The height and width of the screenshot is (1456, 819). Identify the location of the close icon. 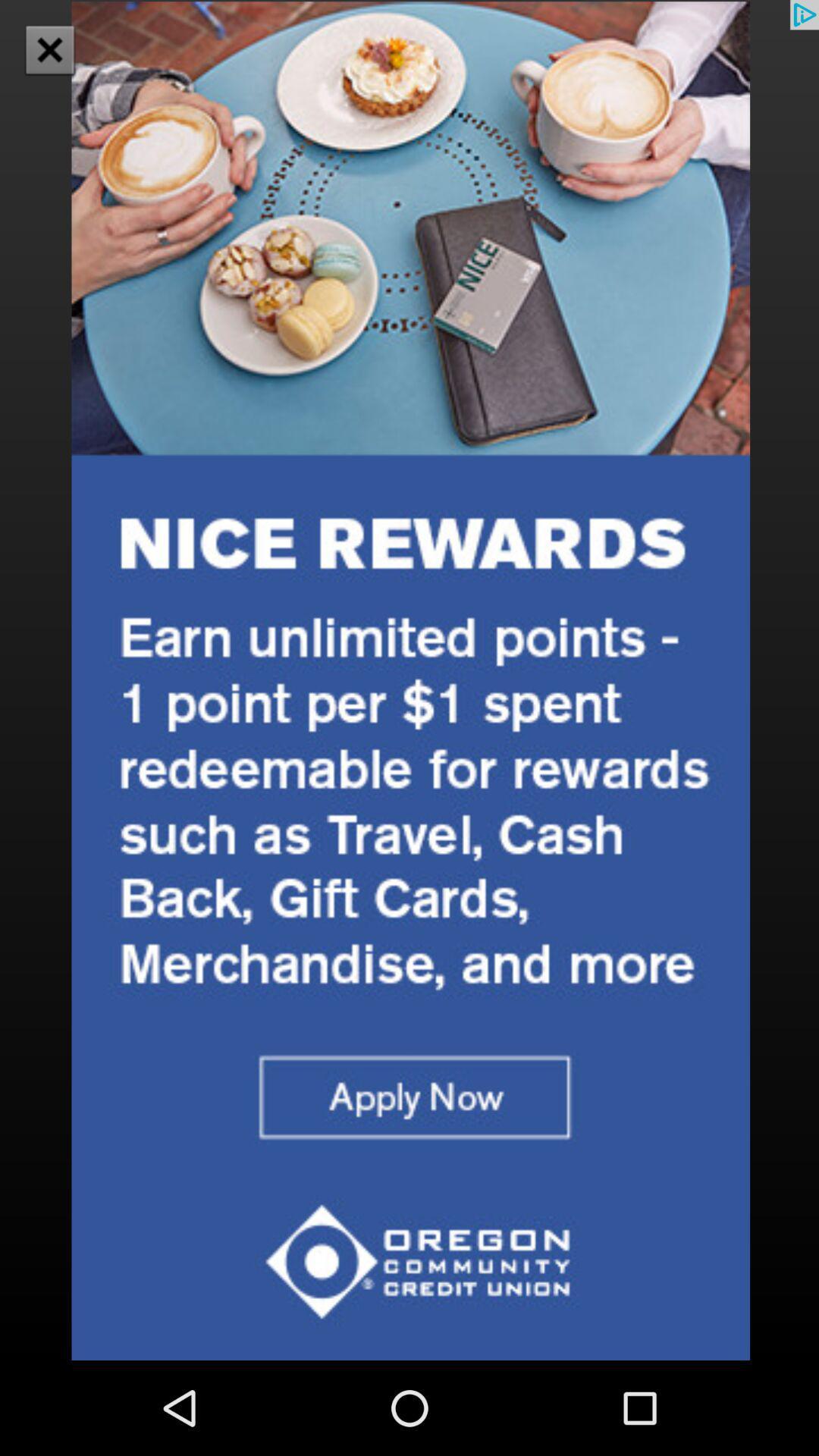
(49, 53).